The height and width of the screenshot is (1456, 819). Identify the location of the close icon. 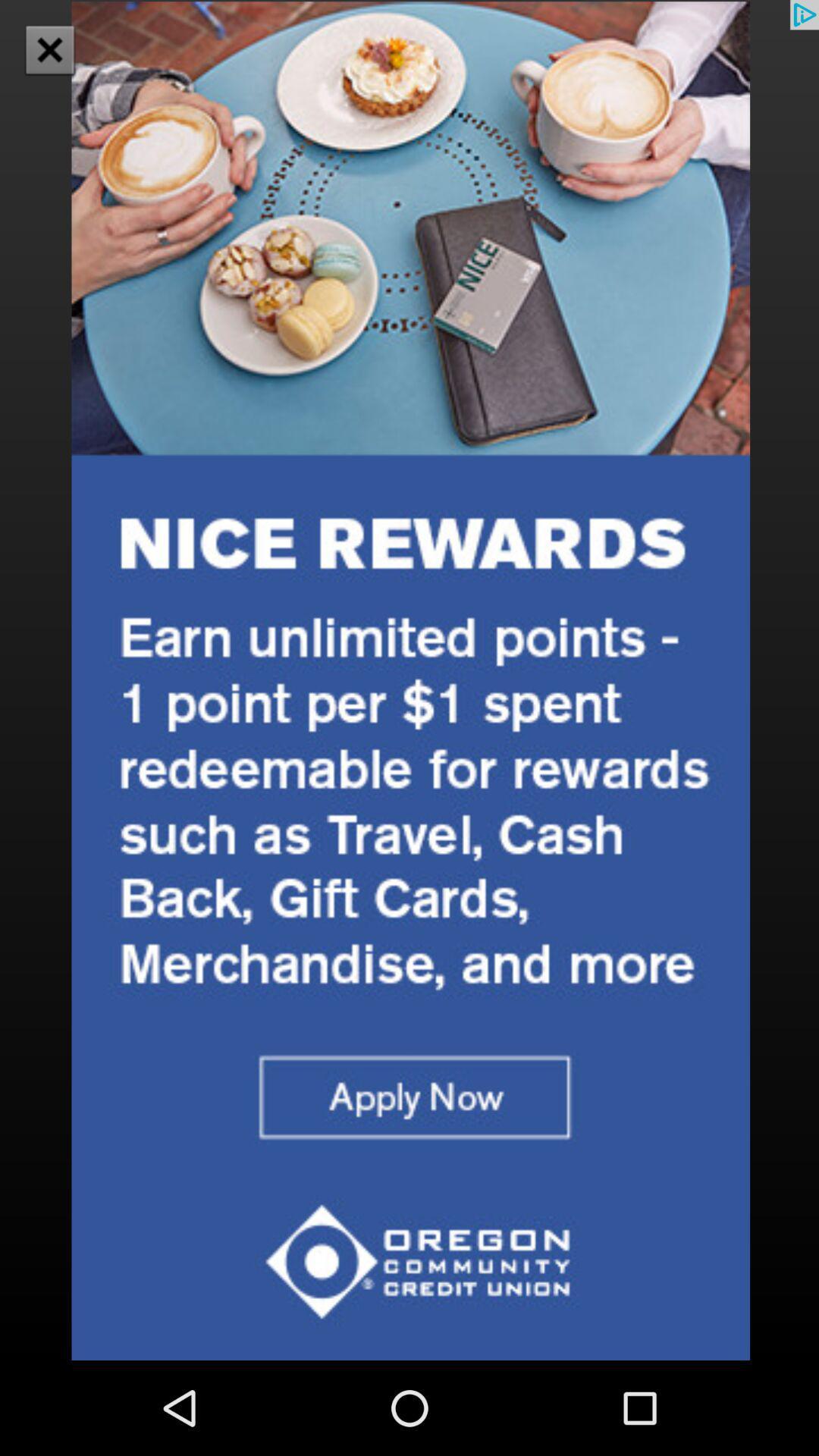
(49, 53).